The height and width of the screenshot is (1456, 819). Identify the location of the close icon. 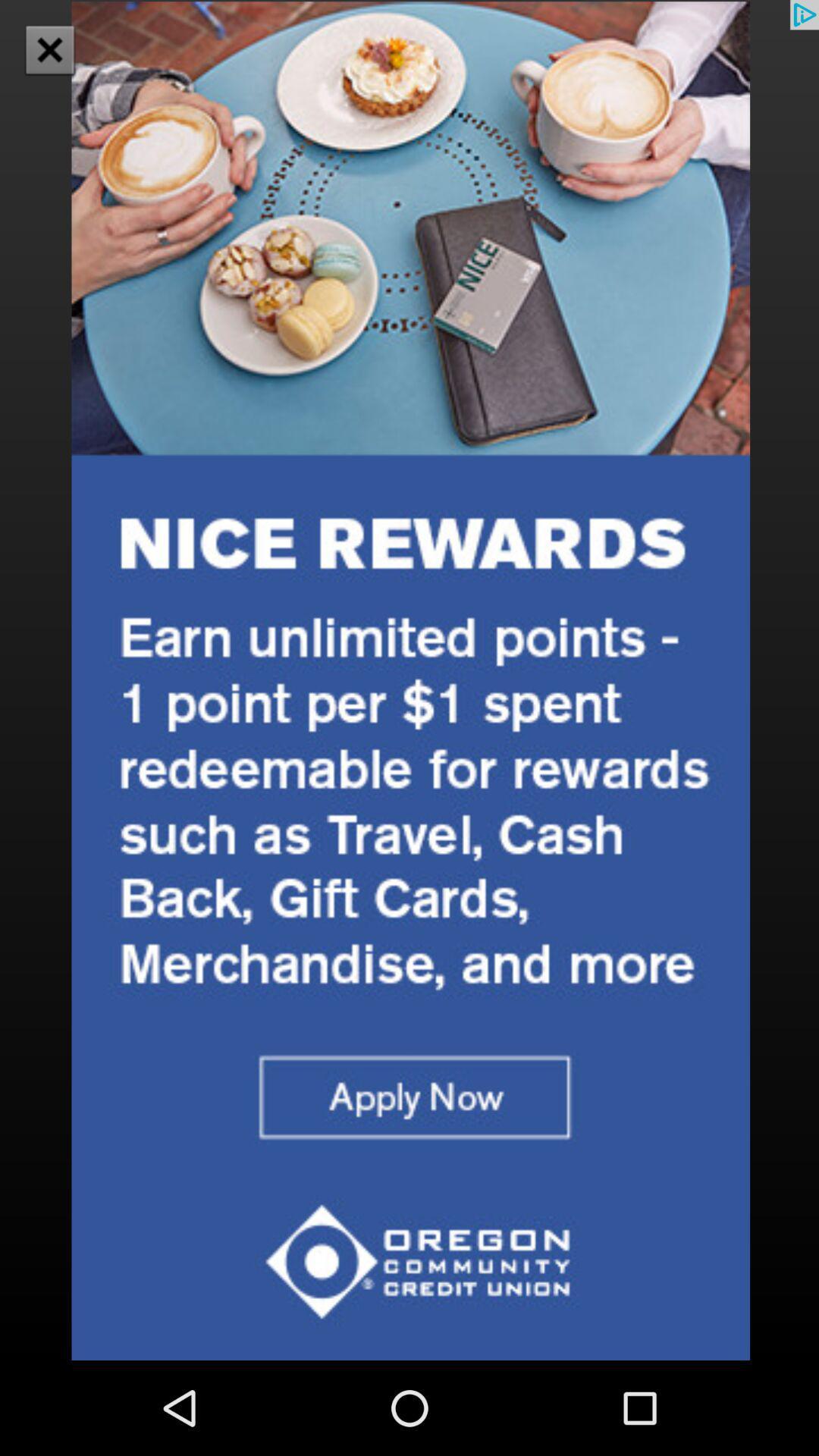
(49, 53).